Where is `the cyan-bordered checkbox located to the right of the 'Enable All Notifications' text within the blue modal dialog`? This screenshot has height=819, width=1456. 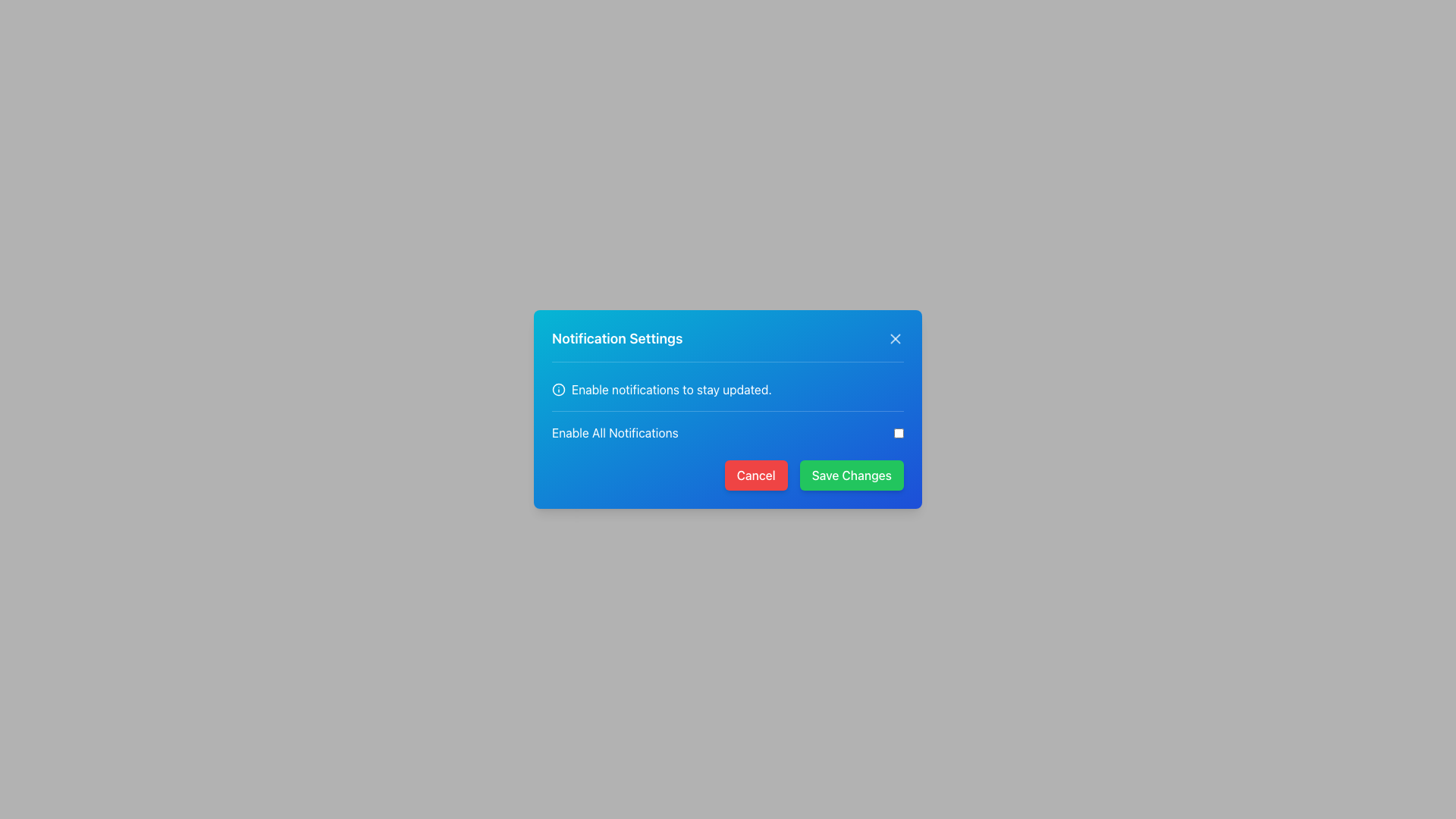
the cyan-bordered checkbox located to the right of the 'Enable All Notifications' text within the blue modal dialog is located at coordinates (899, 432).